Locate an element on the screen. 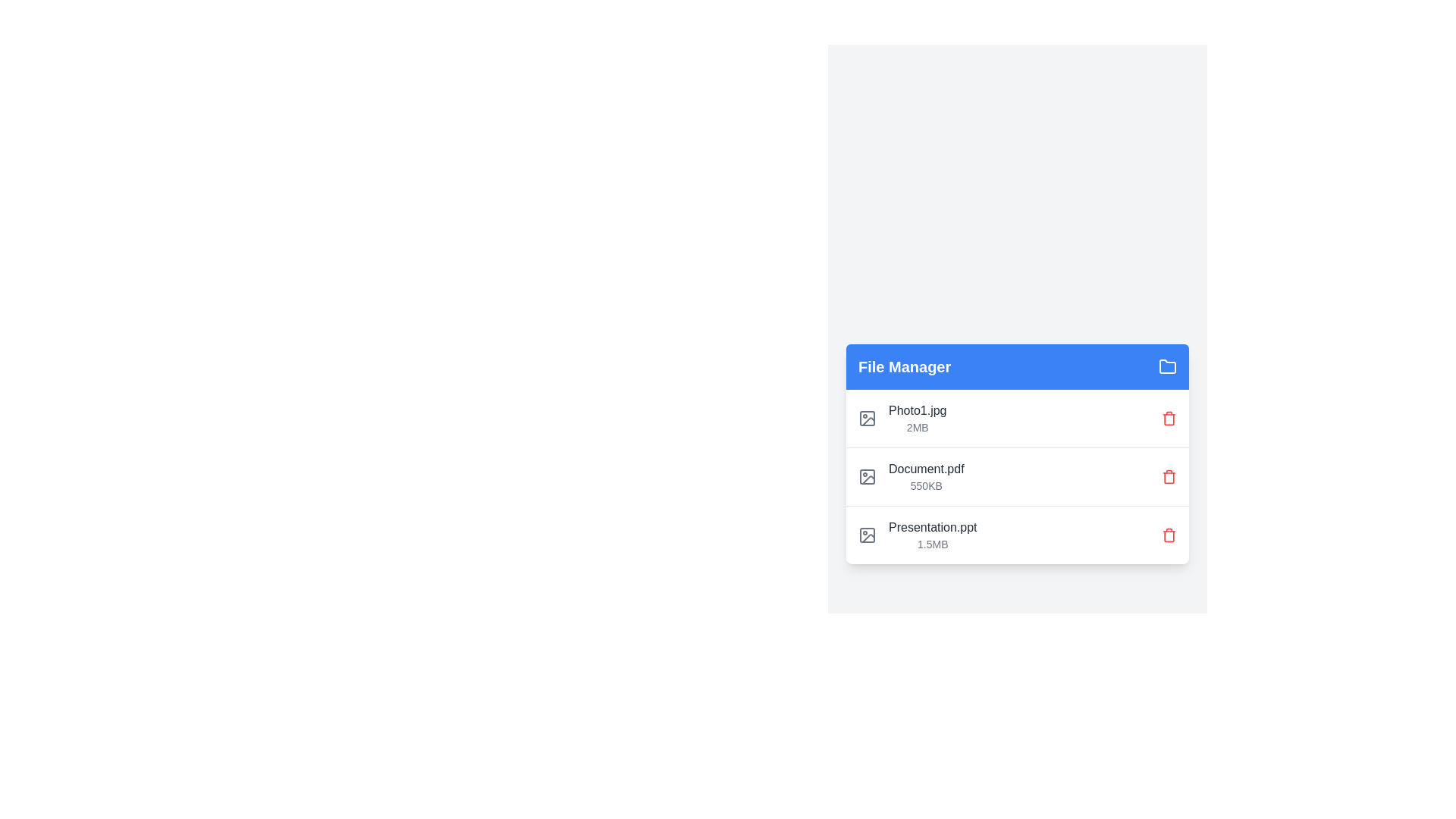 The image size is (1456, 819). the red trash icon button located at the far-right of the row displaying information about the file 'Presentation.ppt 1.5MB' in the third row of the file manager is located at coordinates (1168, 534).